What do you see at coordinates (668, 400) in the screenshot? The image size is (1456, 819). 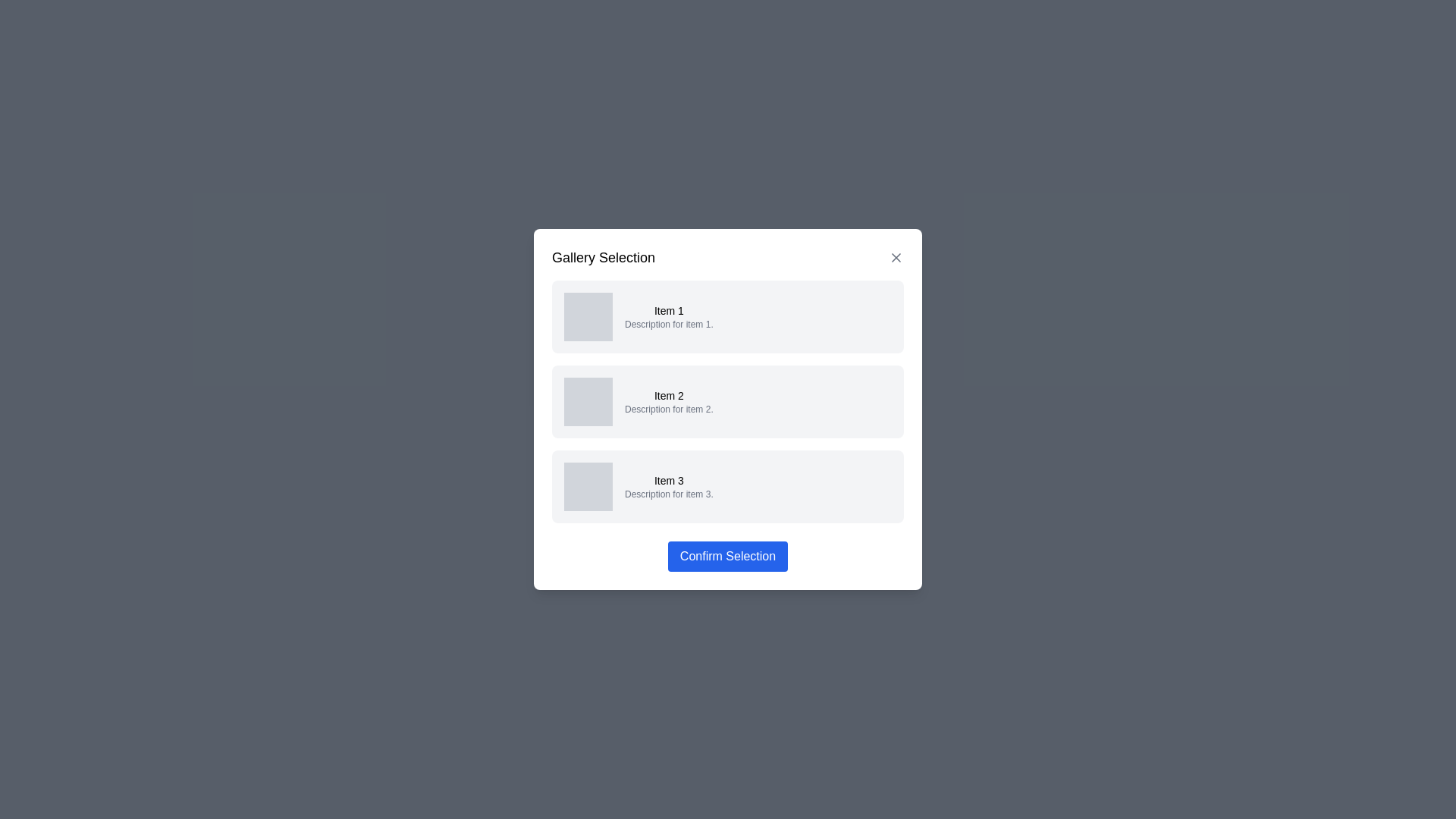 I see `the text label that serves as a descriptor for the second item in the selection list, positioned centrally in its card` at bounding box center [668, 400].